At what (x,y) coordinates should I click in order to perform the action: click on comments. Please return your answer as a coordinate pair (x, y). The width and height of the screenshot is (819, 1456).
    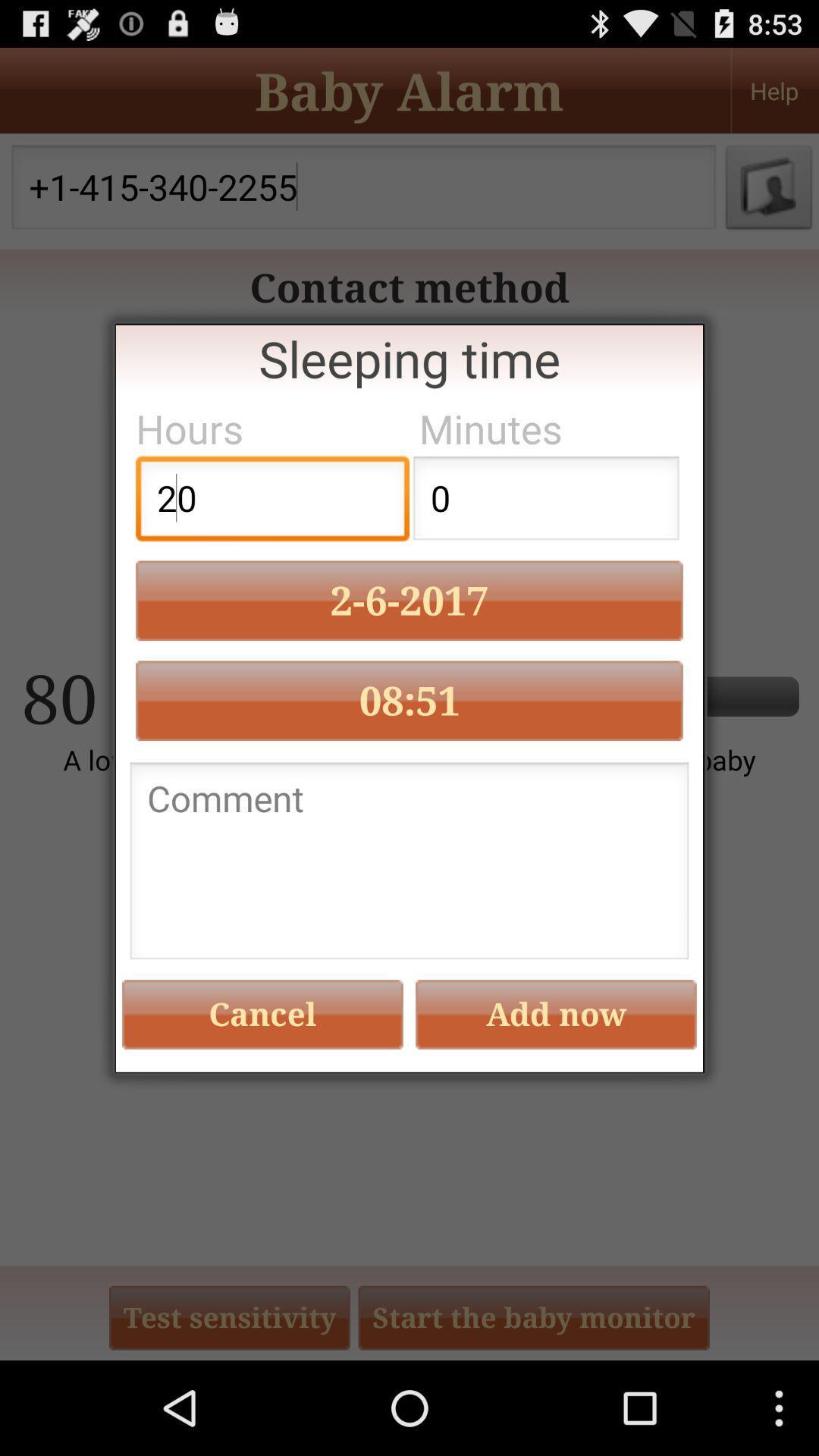
    Looking at the image, I should click on (409, 865).